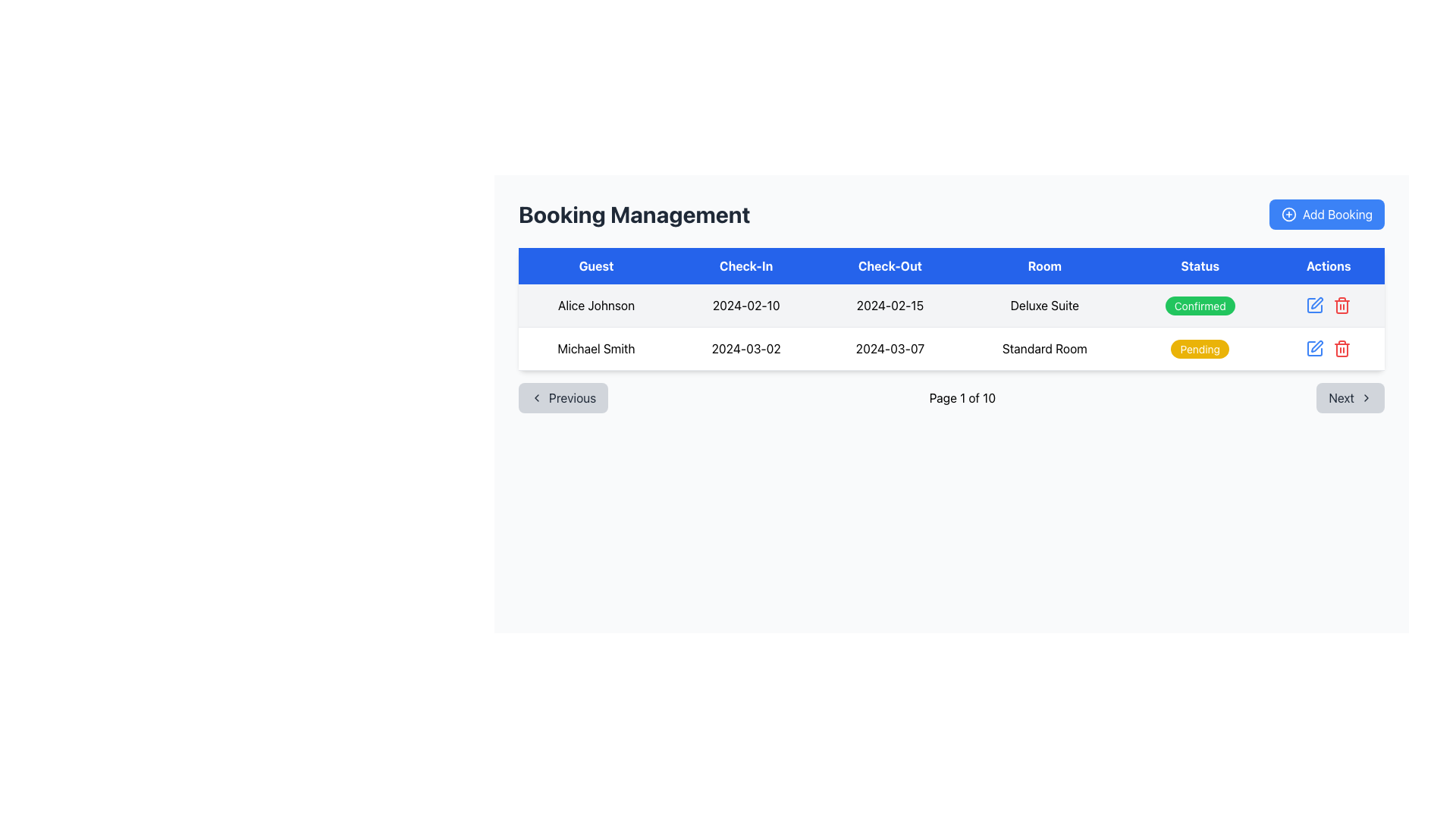 Image resolution: width=1456 pixels, height=819 pixels. I want to click on the Edit Icon in the Actions column of the second row to initiate editing the associated booking entry, so click(1316, 346).